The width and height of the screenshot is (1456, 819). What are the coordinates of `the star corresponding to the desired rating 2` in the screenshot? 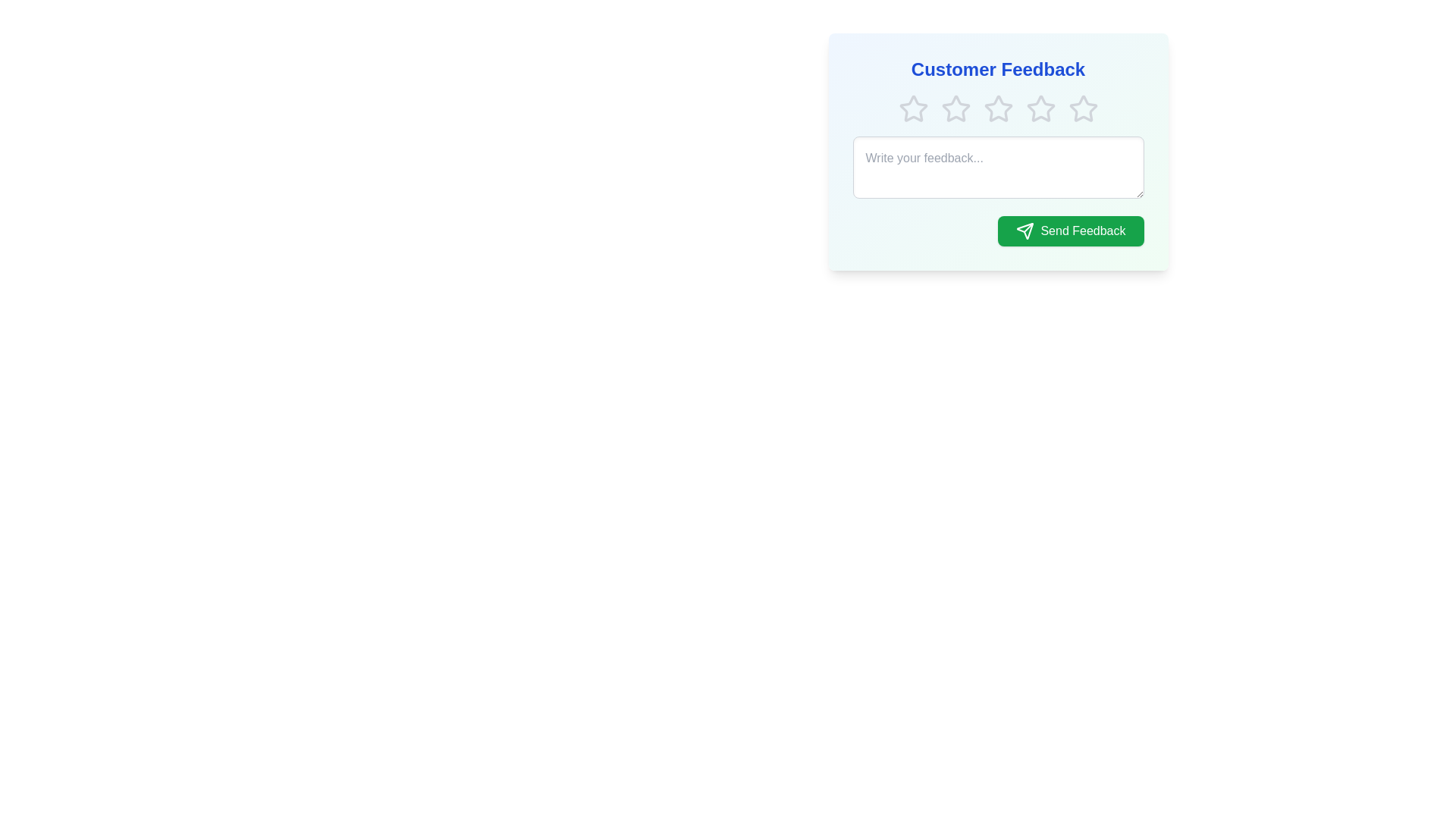 It's located at (955, 108).